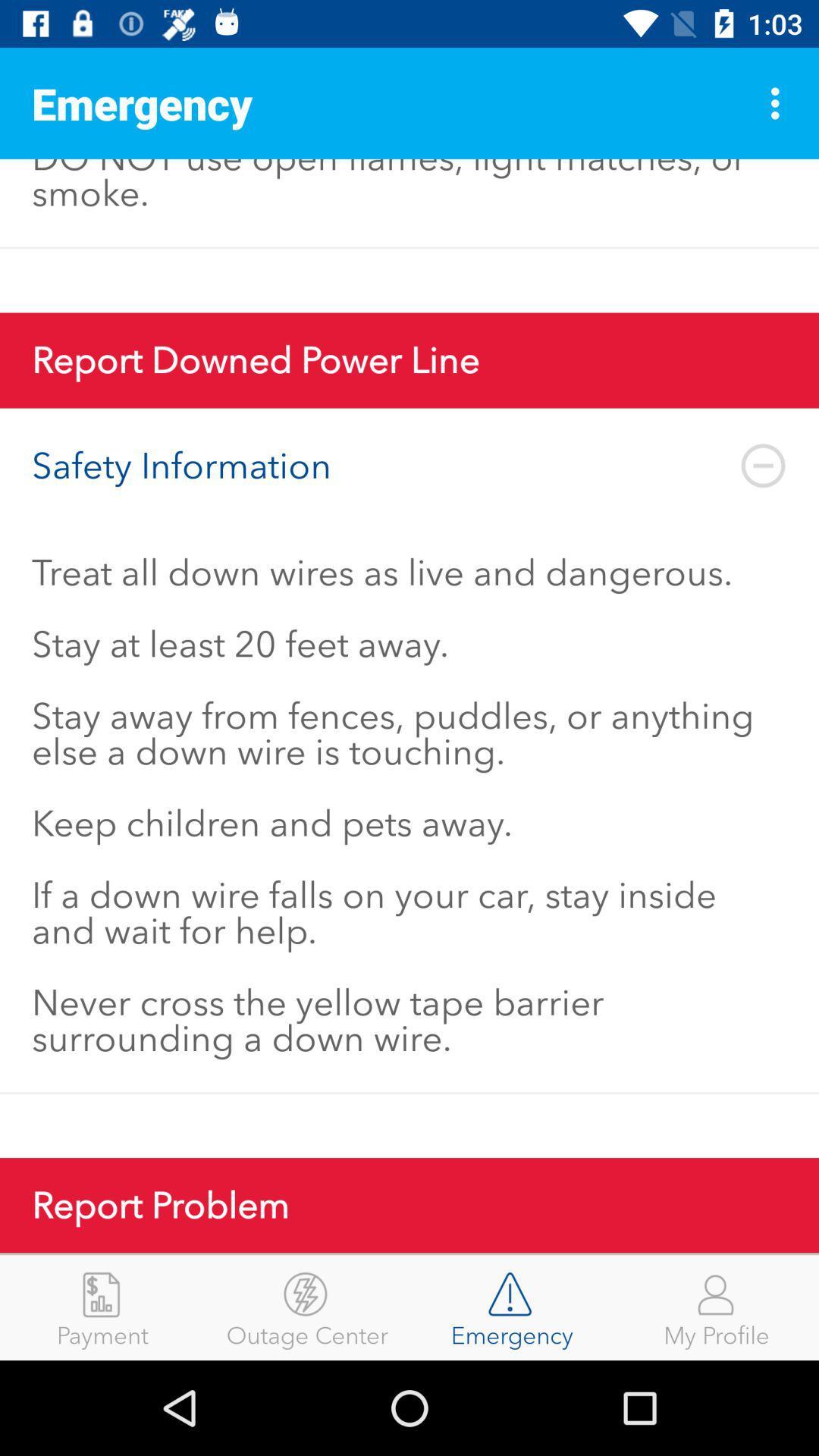 The image size is (819, 1456). Describe the element at coordinates (307, 1307) in the screenshot. I see `the icon to the left of emergency` at that location.